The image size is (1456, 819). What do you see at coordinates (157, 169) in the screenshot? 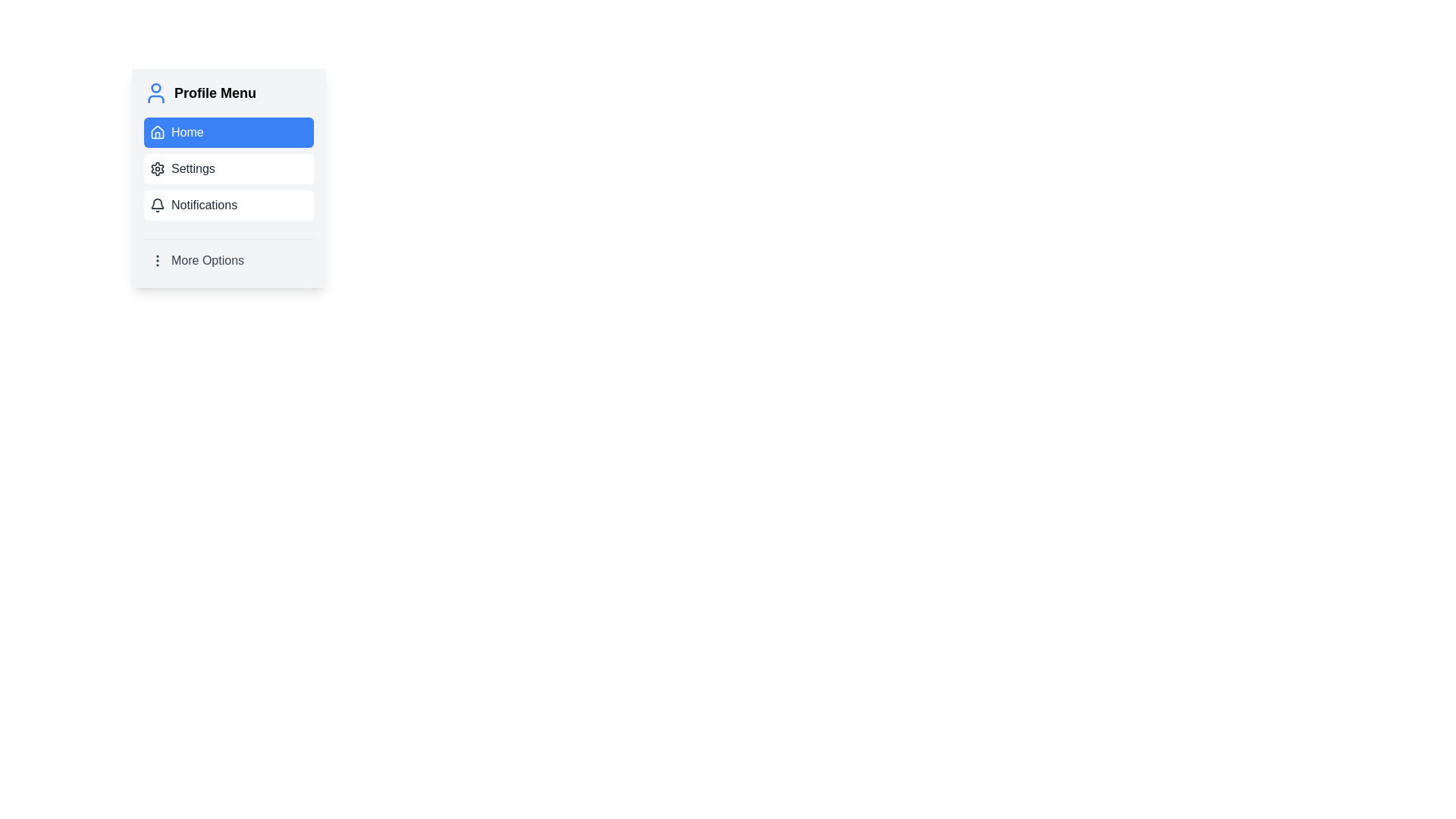
I see `the icon located to the left of the 'Settings' text in the Profile Menu, which serves as a visual indicator for the Settings option` at bounding box center [157, 169].